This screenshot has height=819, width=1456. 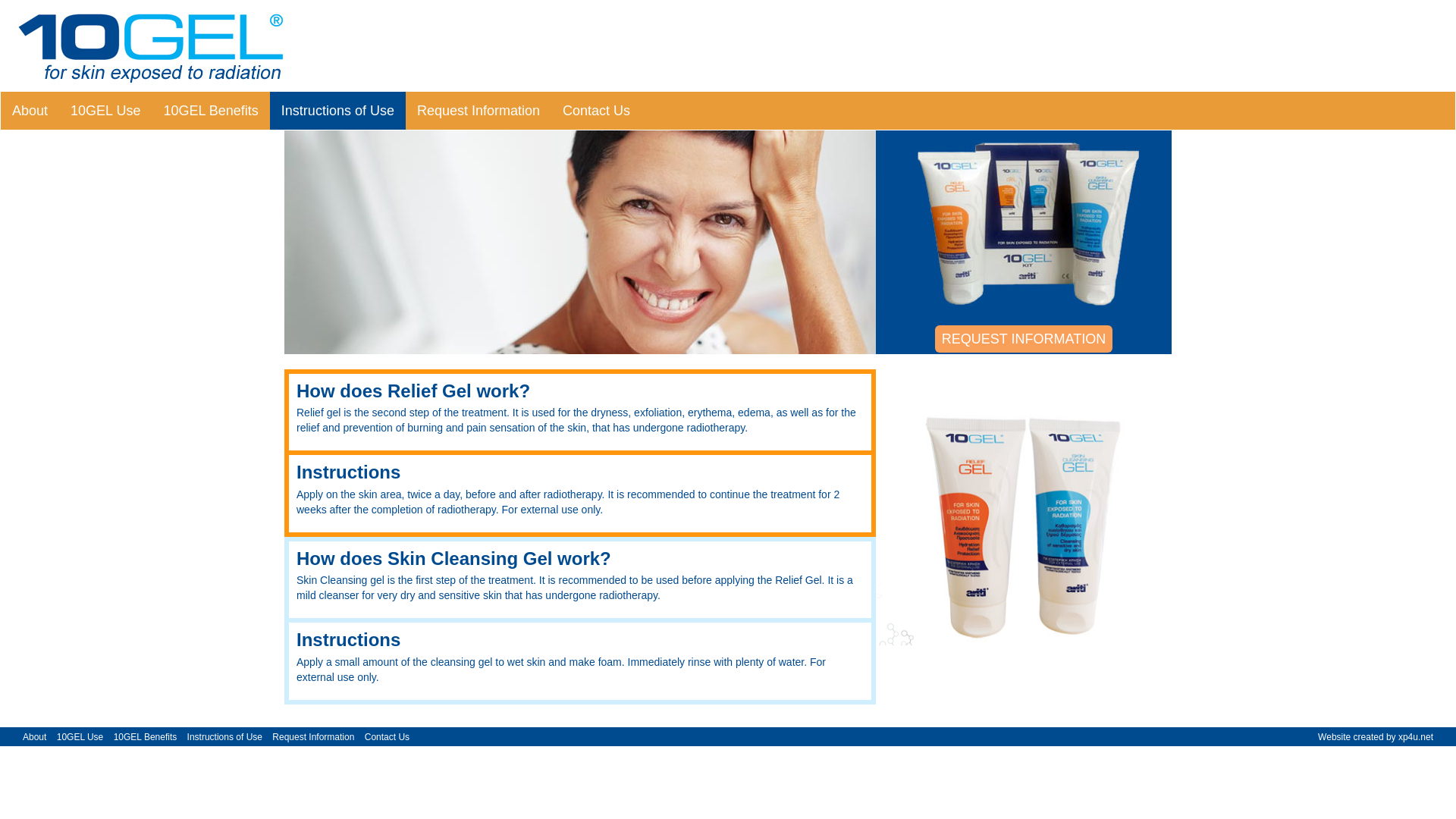 I want to click on '10GEL Benefits', so click(x=209, y=110).